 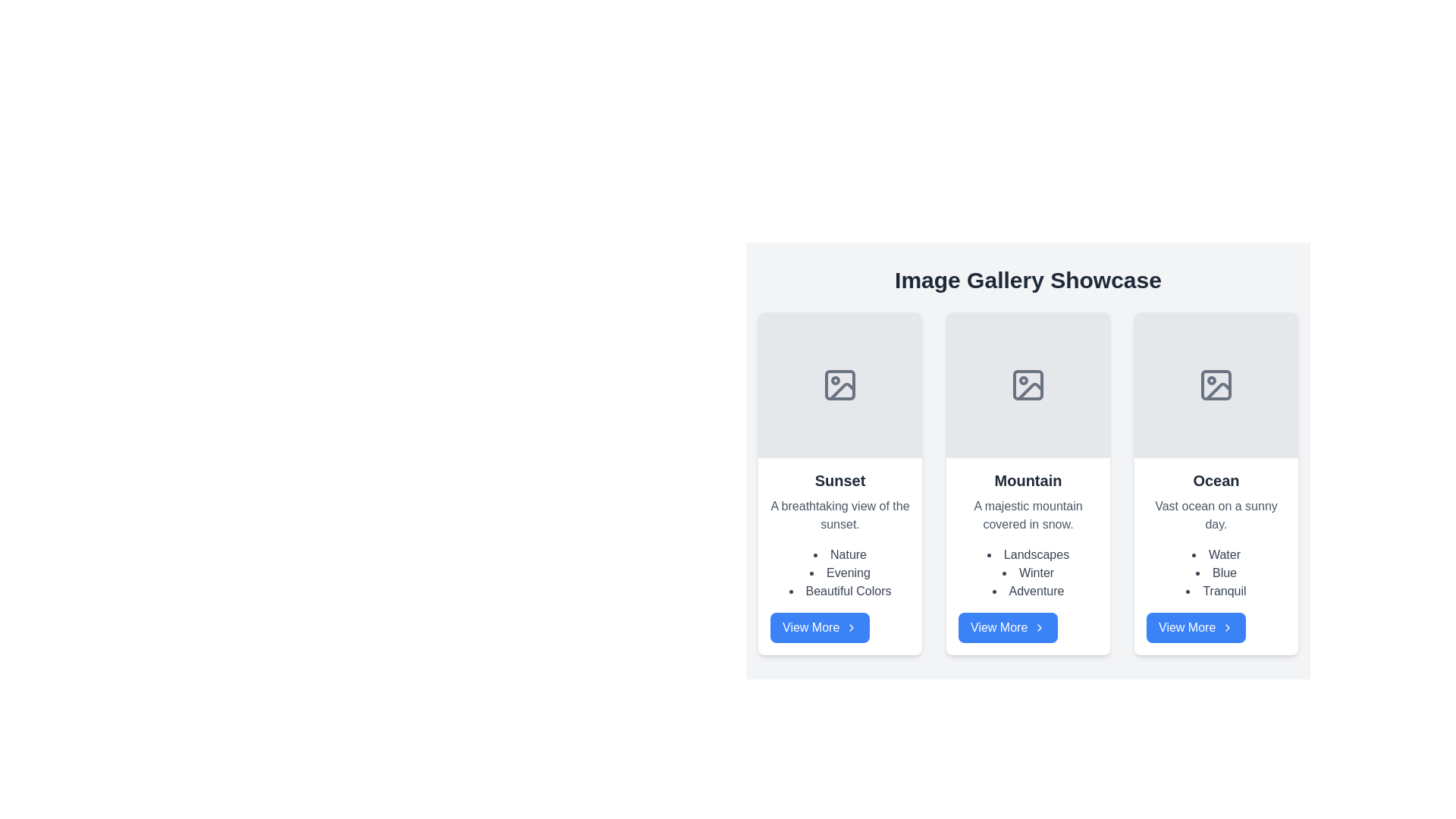 What do you see at coordinates (839, 555) in the screenshot?
I see `the bullet point item displaying the text 'Nature' under the 'Sunset' category` at bounding box center [839, 555].